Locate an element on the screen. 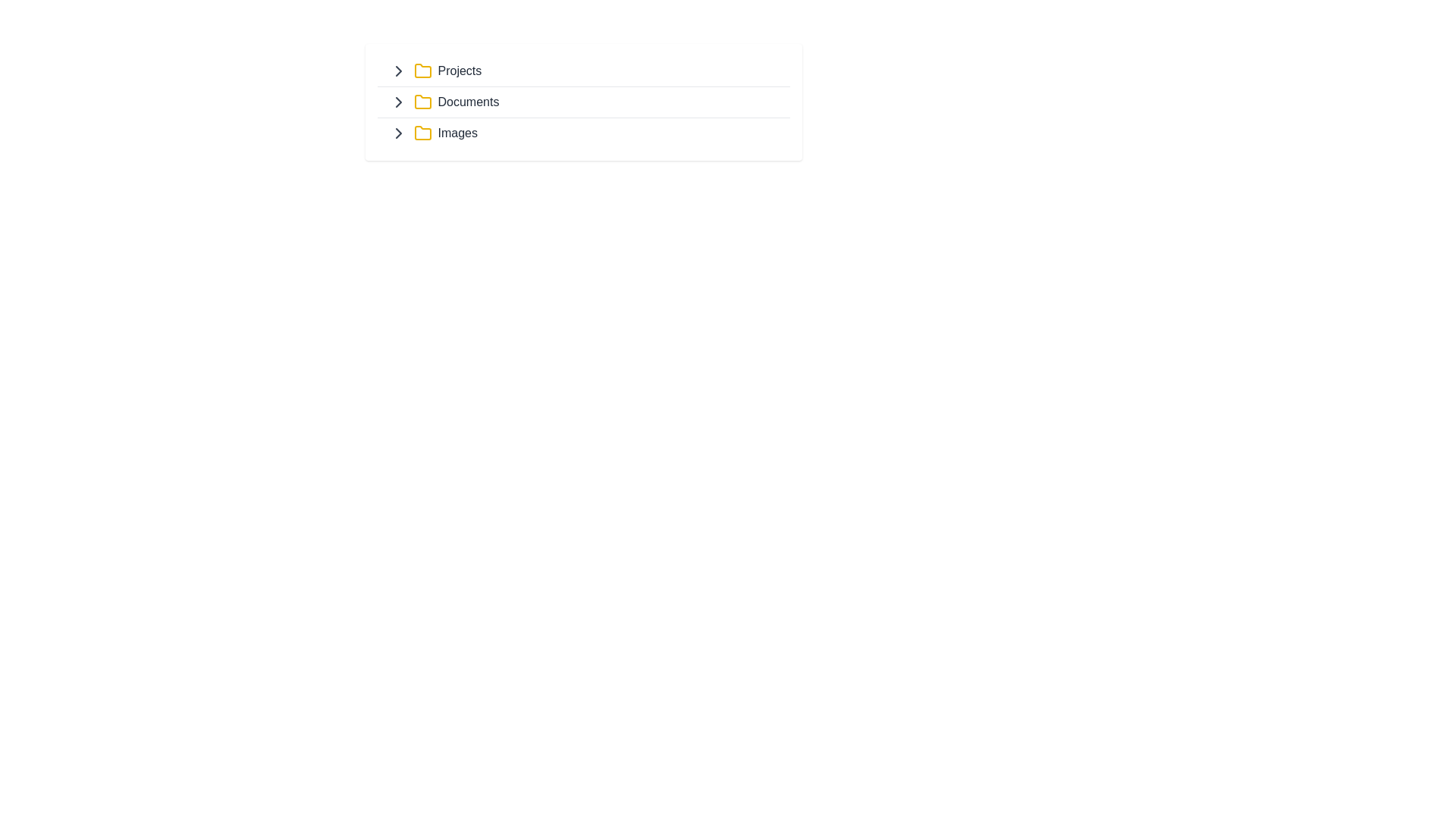 The image size is (1456, 819). the distinct yellow folder icon positioned adjacent to the 'Documents' label in the vertical list of folder items is located at coordinates (422, 102).